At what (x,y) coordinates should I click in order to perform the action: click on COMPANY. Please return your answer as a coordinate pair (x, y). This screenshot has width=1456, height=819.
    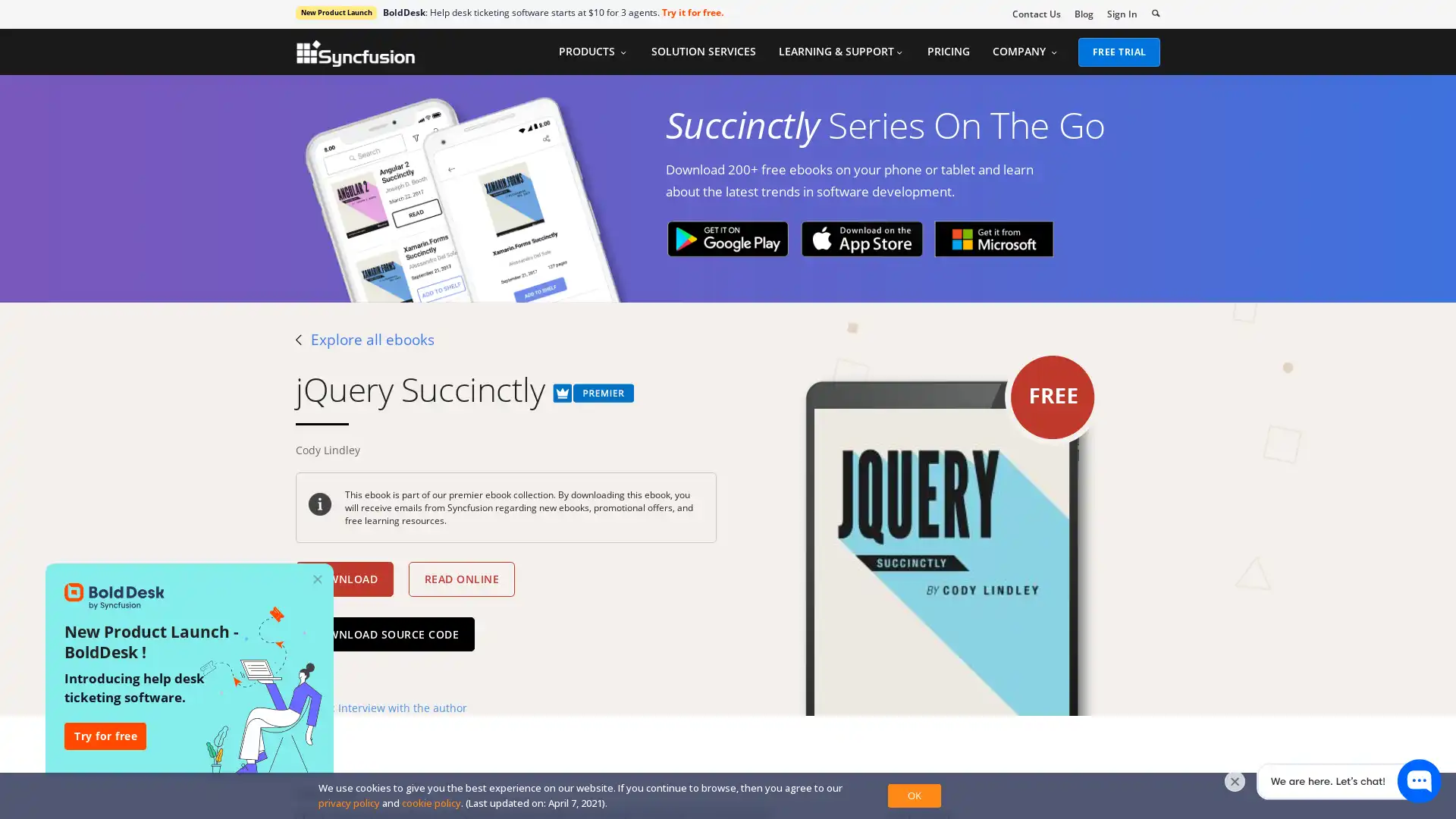
    Looking at the image, I should click on (1025, 51).